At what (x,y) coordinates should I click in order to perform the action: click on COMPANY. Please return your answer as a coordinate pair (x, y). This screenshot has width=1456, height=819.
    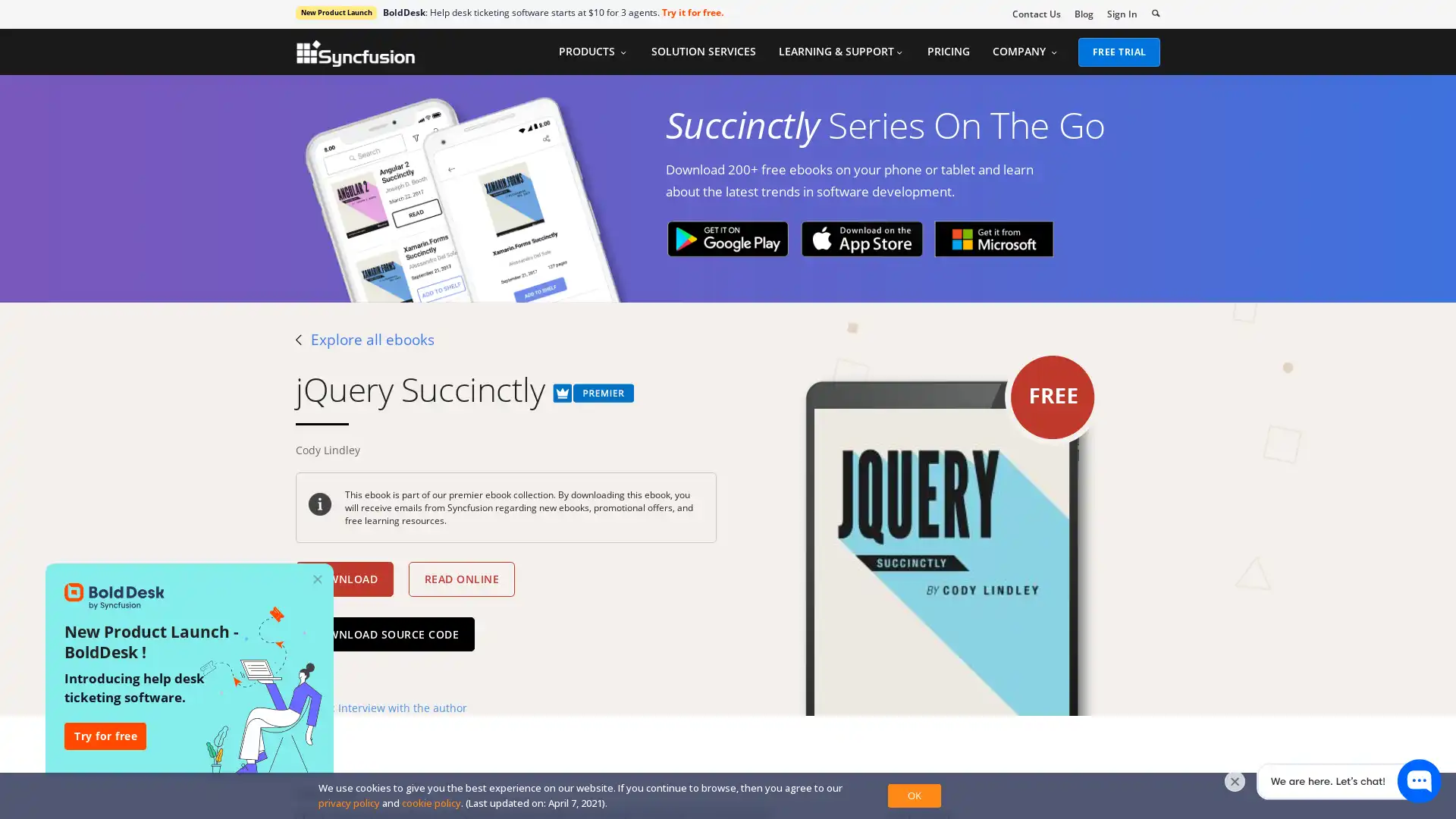
    Looking at the image, I should click on (1025, 51).